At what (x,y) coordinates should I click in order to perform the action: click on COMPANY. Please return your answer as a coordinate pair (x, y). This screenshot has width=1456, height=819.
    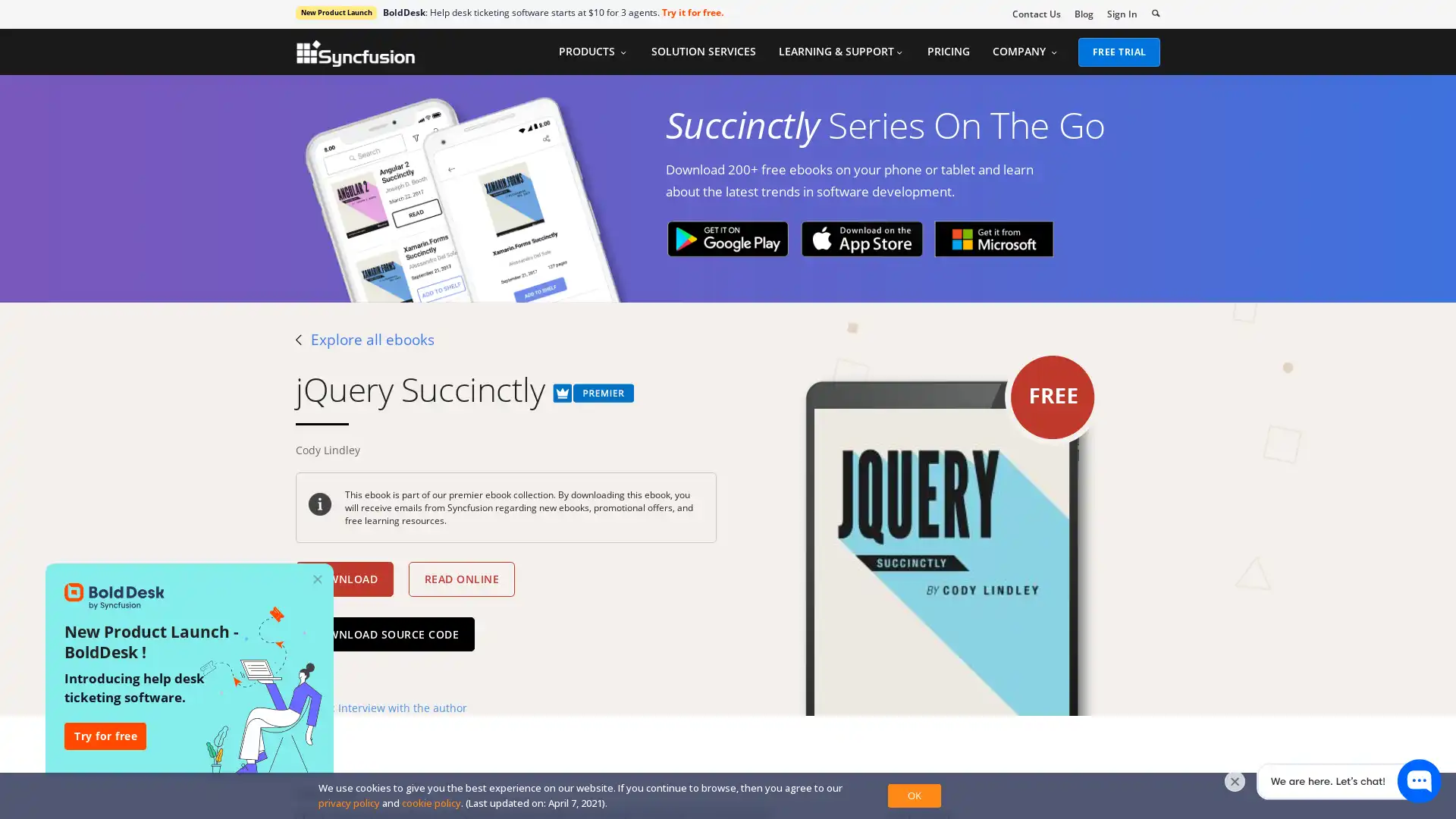
    Looking at the image, I should click on (1025, 51).